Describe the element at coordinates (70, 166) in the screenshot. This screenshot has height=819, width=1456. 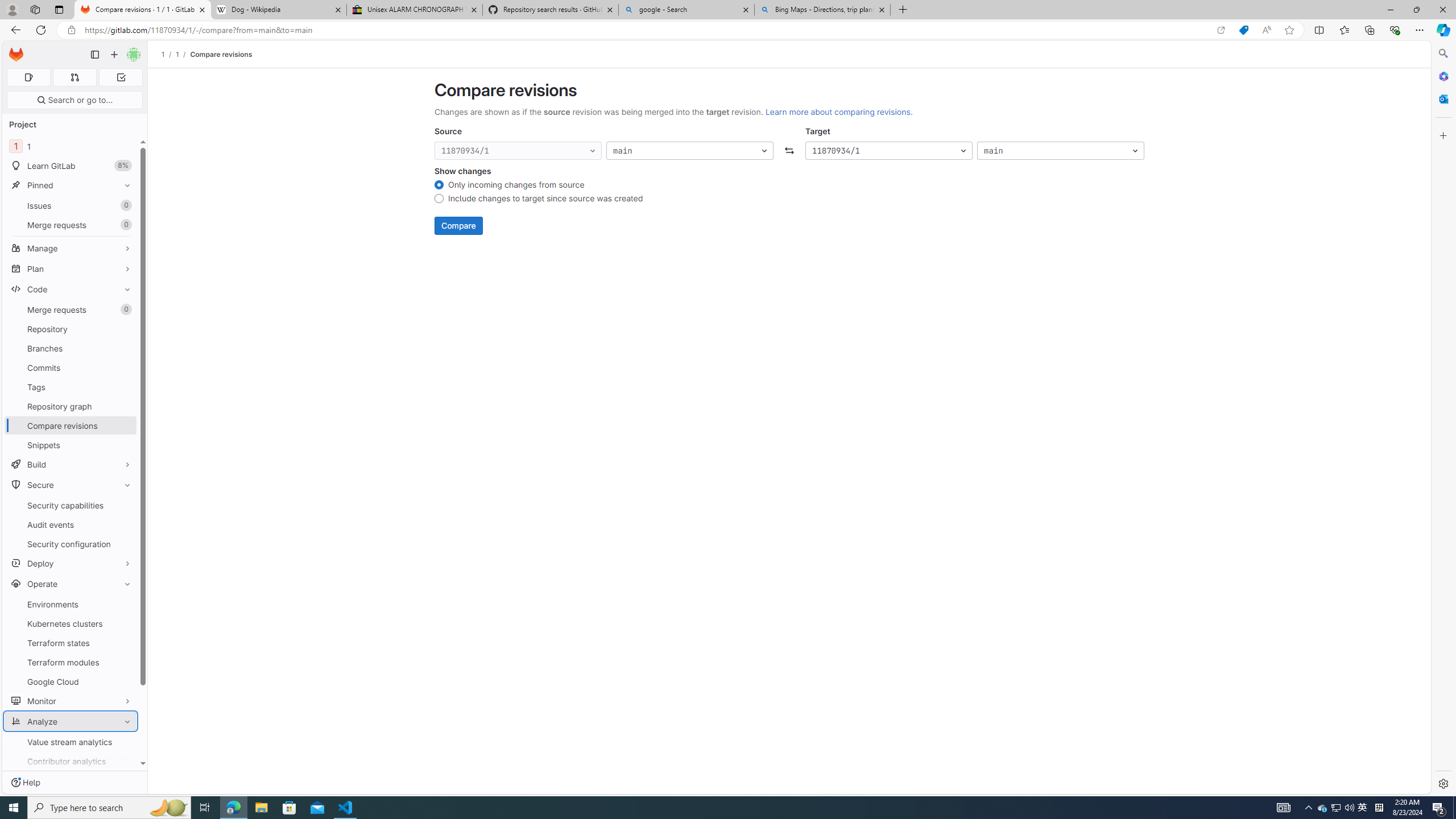
I see `'Learn GitLab8%'` at that location.